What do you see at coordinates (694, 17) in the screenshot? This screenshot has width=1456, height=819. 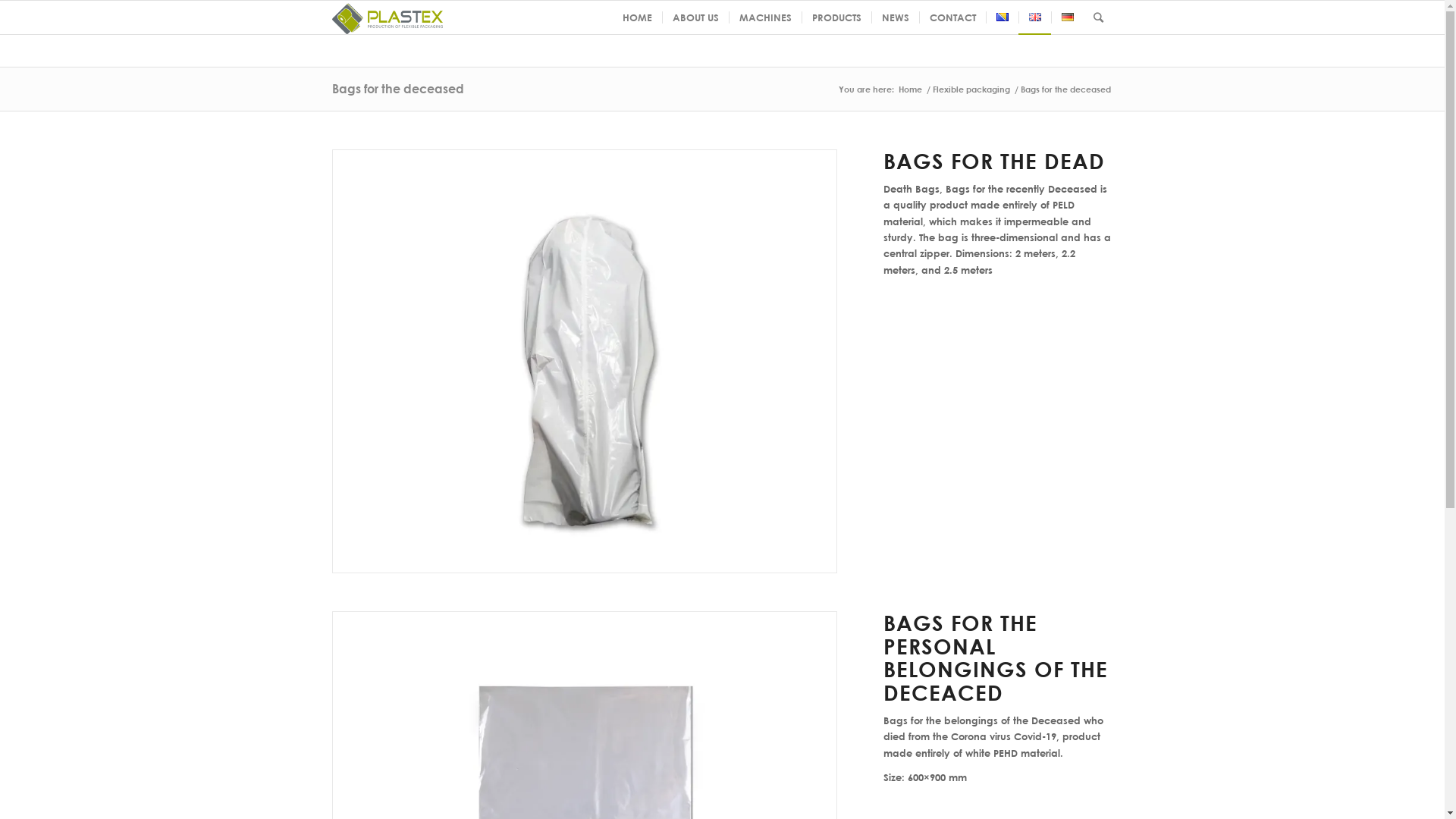 I see `'ABOUT US'` at bounding box center [694, 17].